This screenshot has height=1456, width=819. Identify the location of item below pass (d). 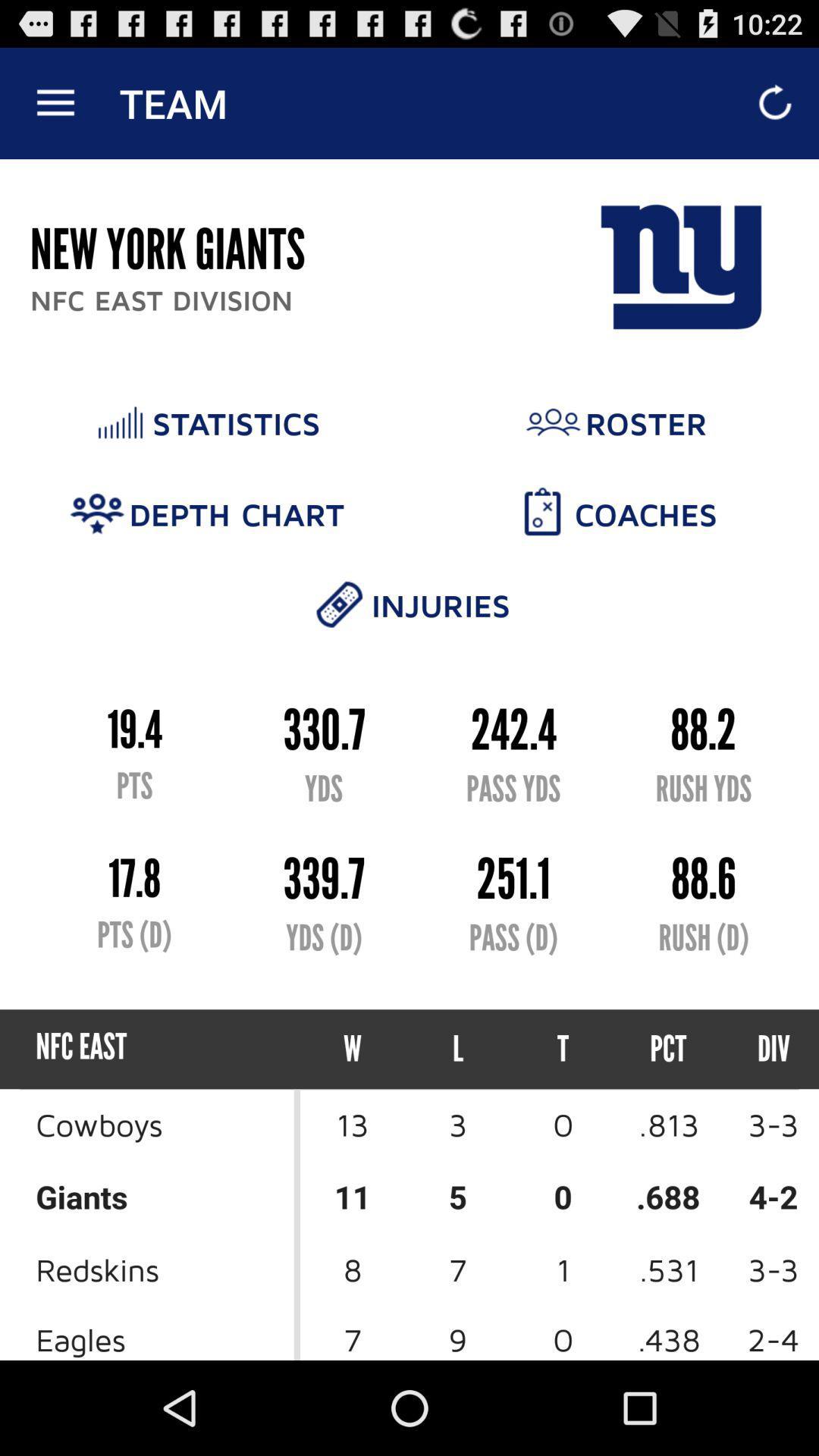
(563, 1048).